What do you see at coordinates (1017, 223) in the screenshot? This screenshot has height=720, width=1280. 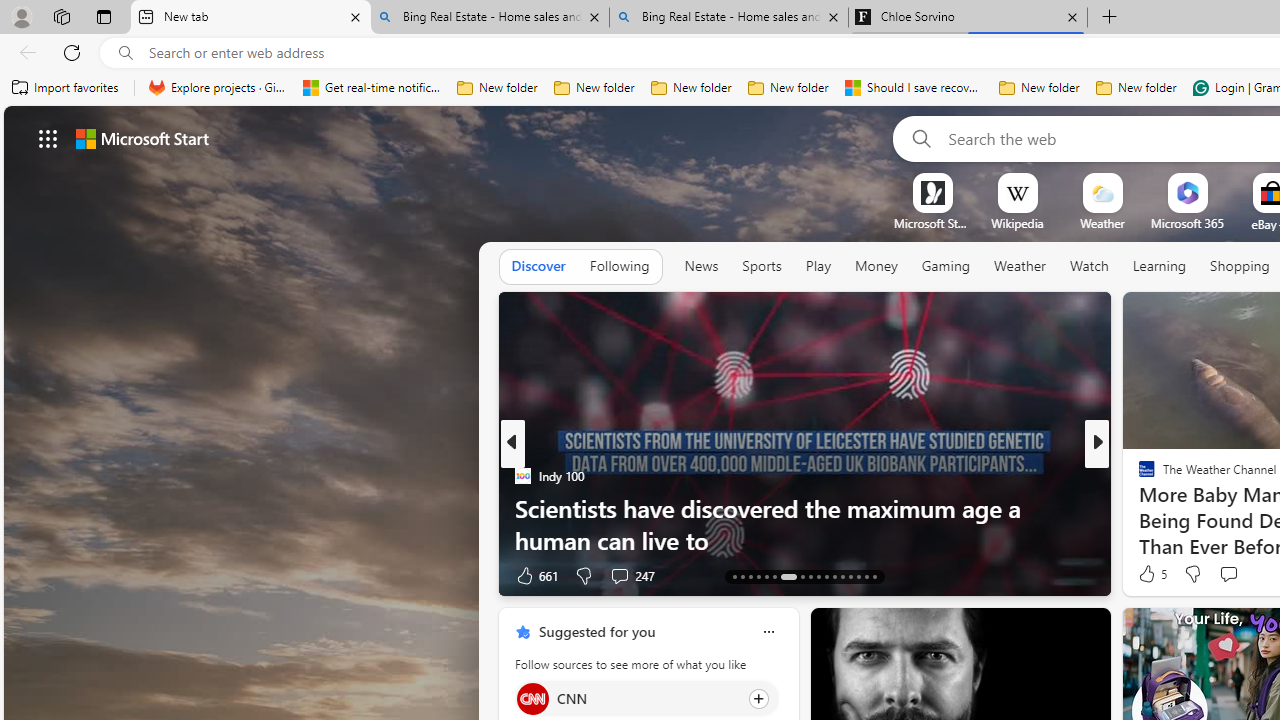 I see `'Wikipedia'` at bounding box center [1017, 223].